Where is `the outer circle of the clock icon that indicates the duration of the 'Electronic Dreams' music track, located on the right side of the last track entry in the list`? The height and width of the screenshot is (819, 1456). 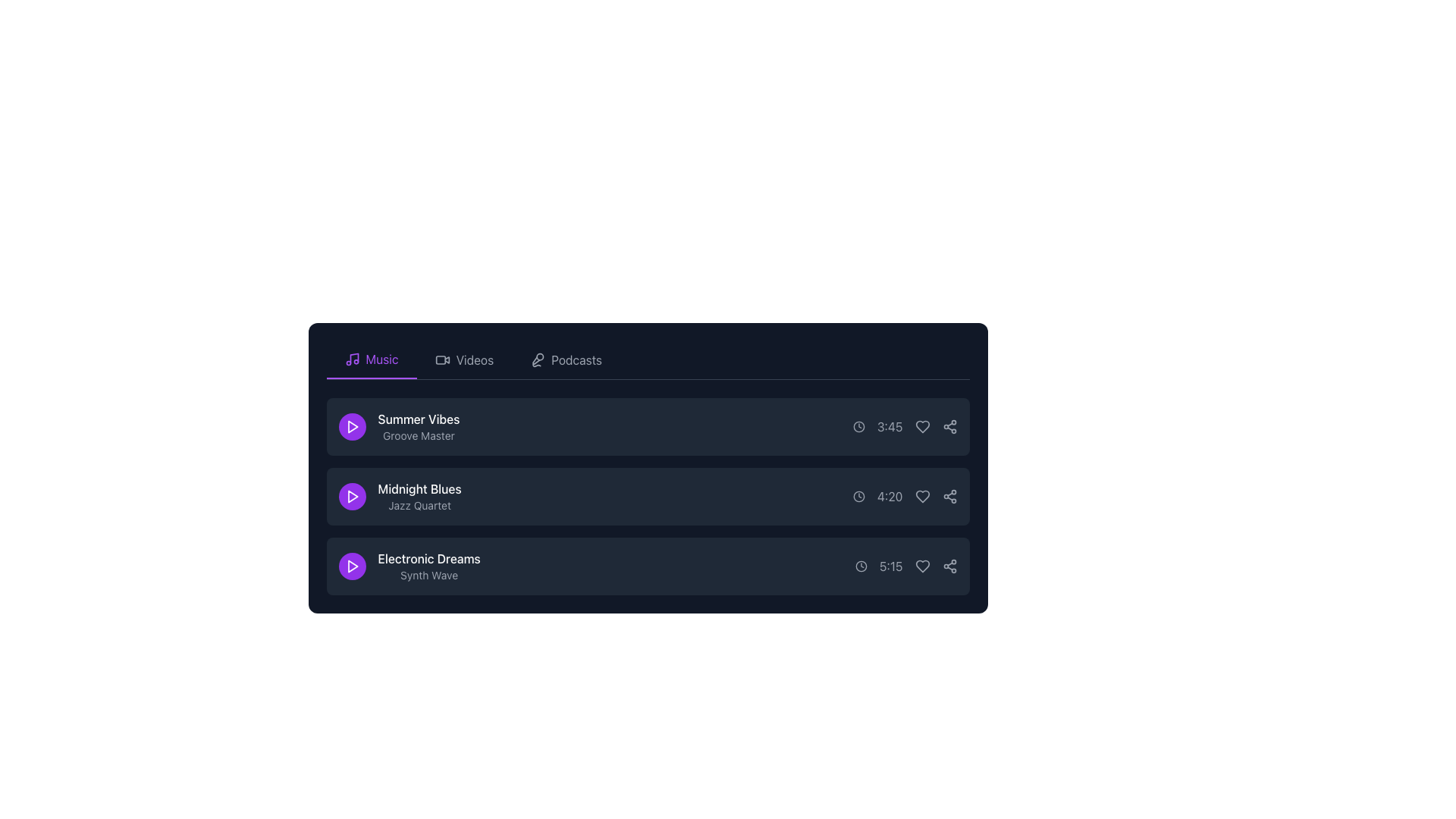
the outer circle of the clock icon that indicates the duration of the 'Electronic Dreams' music track, located on the right side of the last track entry in the list is located at coordinates (861, 566).